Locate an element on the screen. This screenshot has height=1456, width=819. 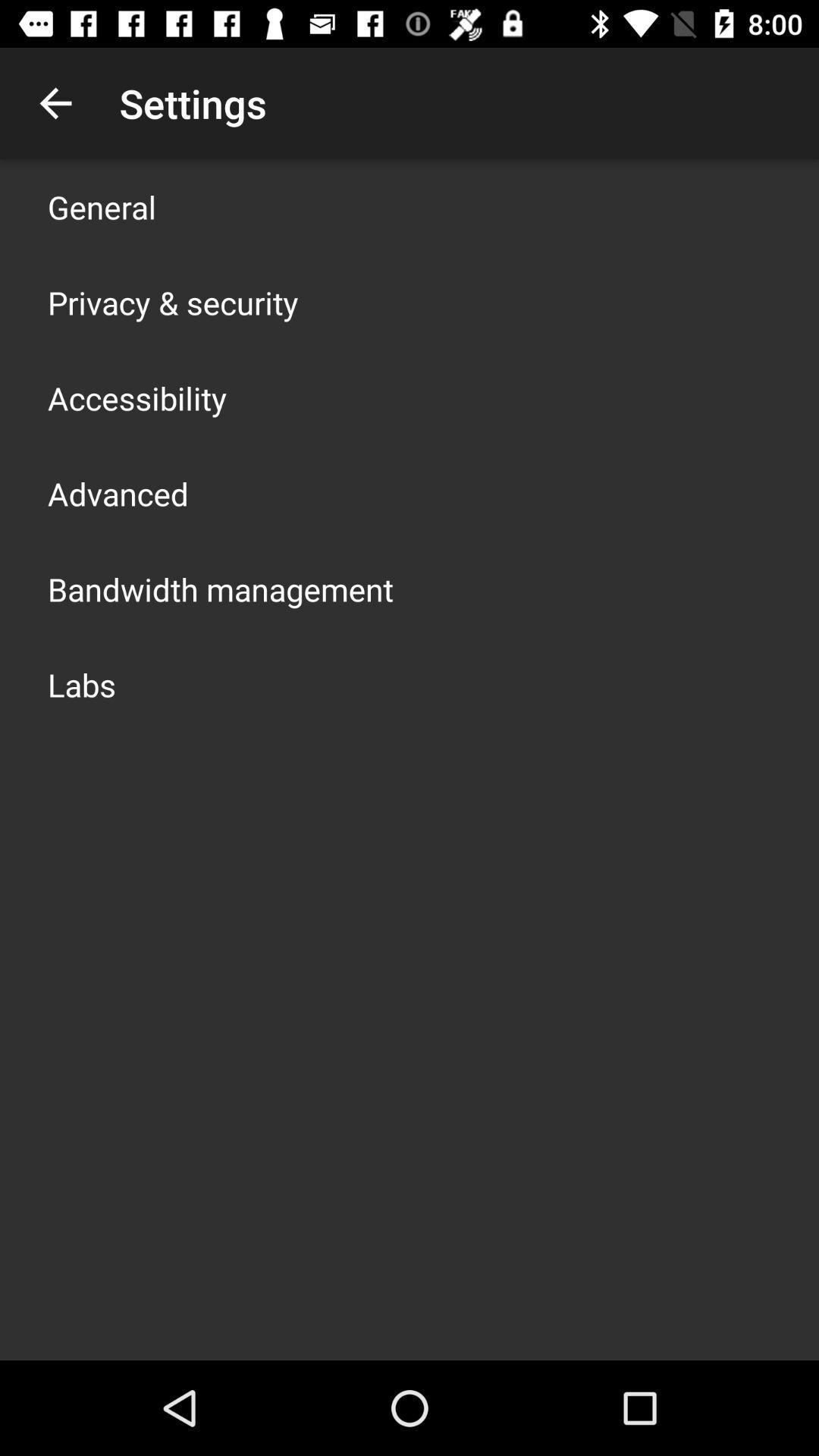
item to the left of settings icon is located at coordinates (55, 102).